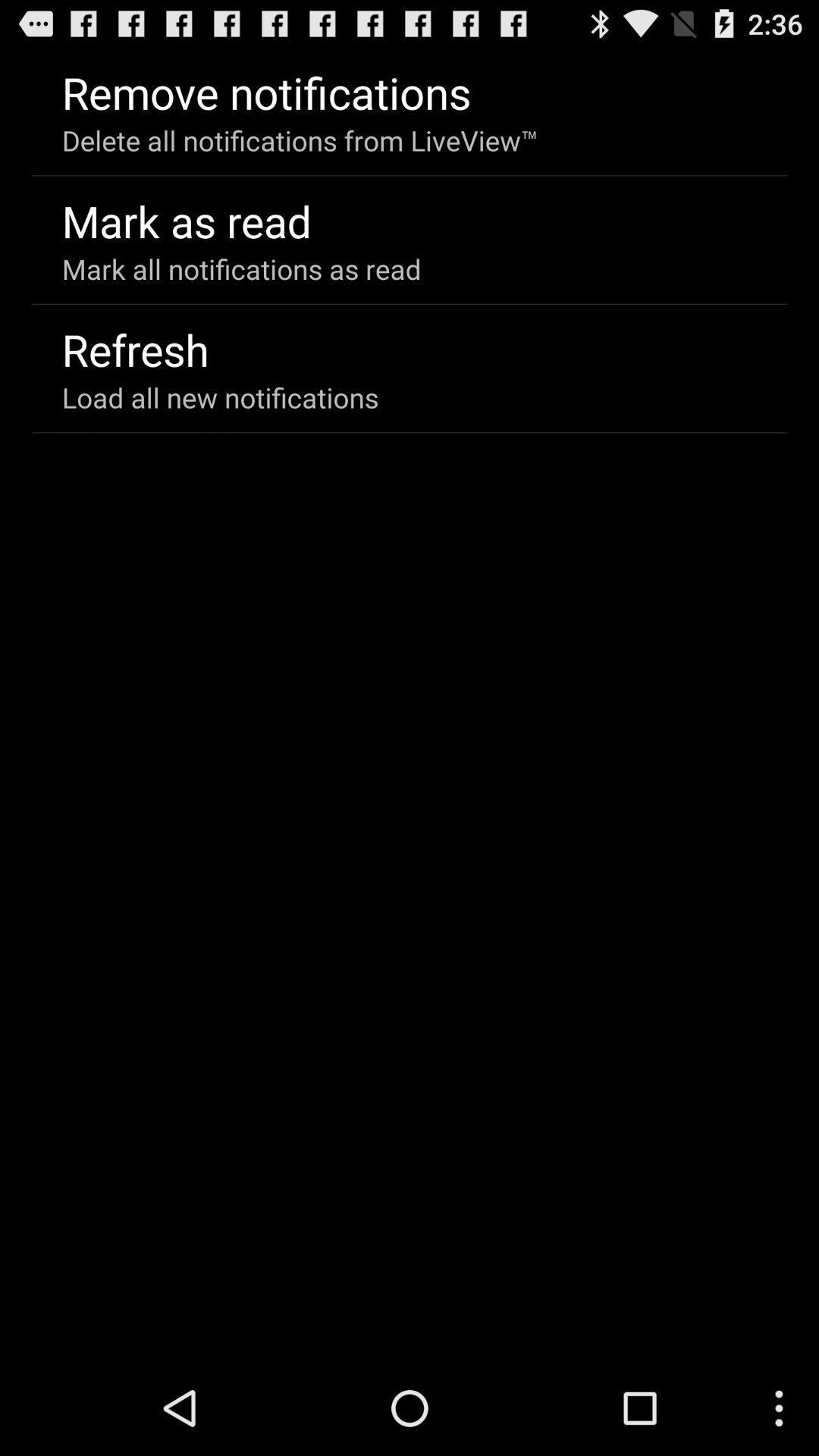  What do you see at coordinates (220, 397) in the screenshot?
I see `icon below refresh item` at bounding box center [220, 397].